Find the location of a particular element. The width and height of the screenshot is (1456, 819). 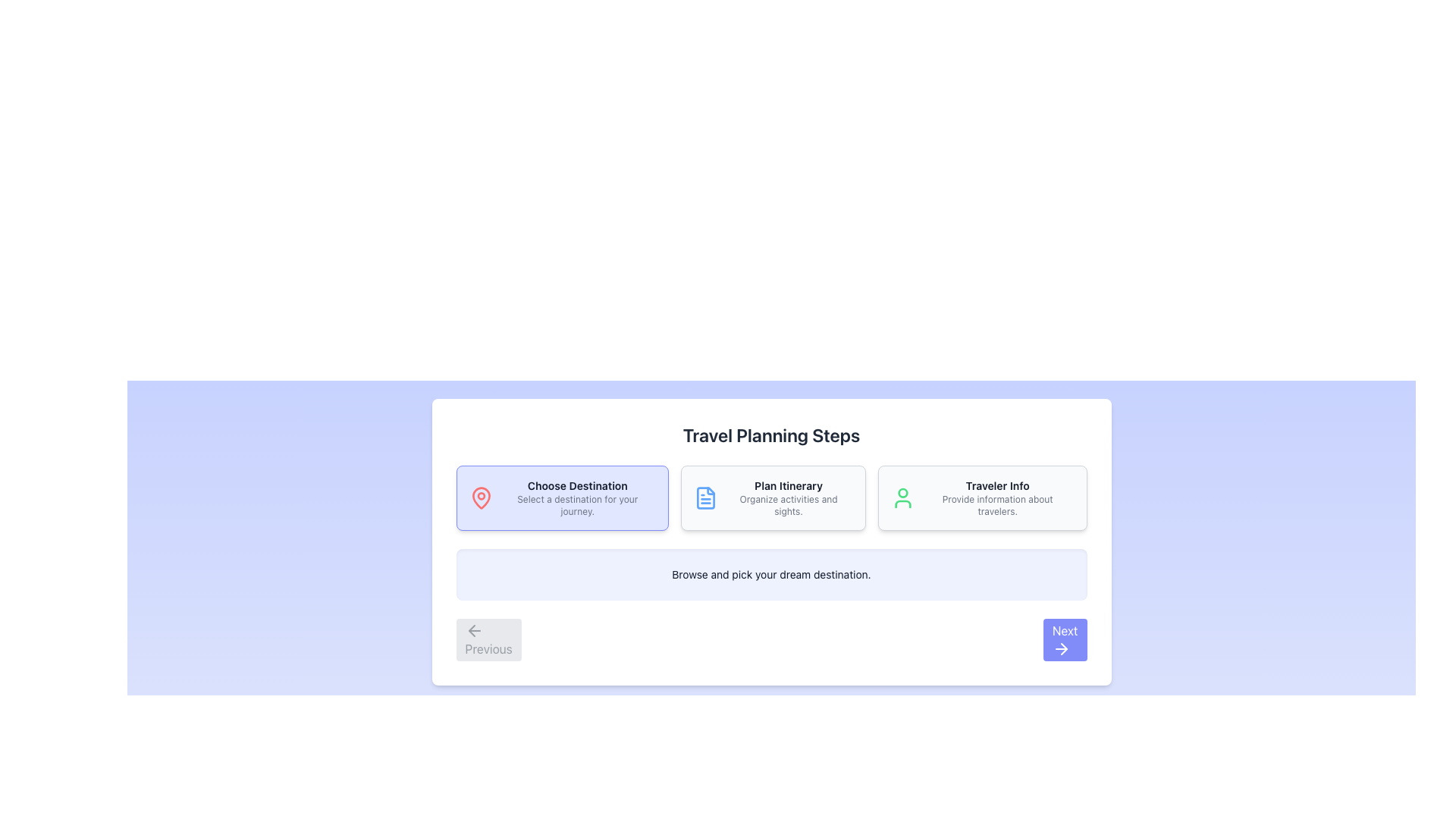

the left arrow icon contained within the 'Previous' button located in the bottom-left corner of the user interface is located at coordinates (471, 631).